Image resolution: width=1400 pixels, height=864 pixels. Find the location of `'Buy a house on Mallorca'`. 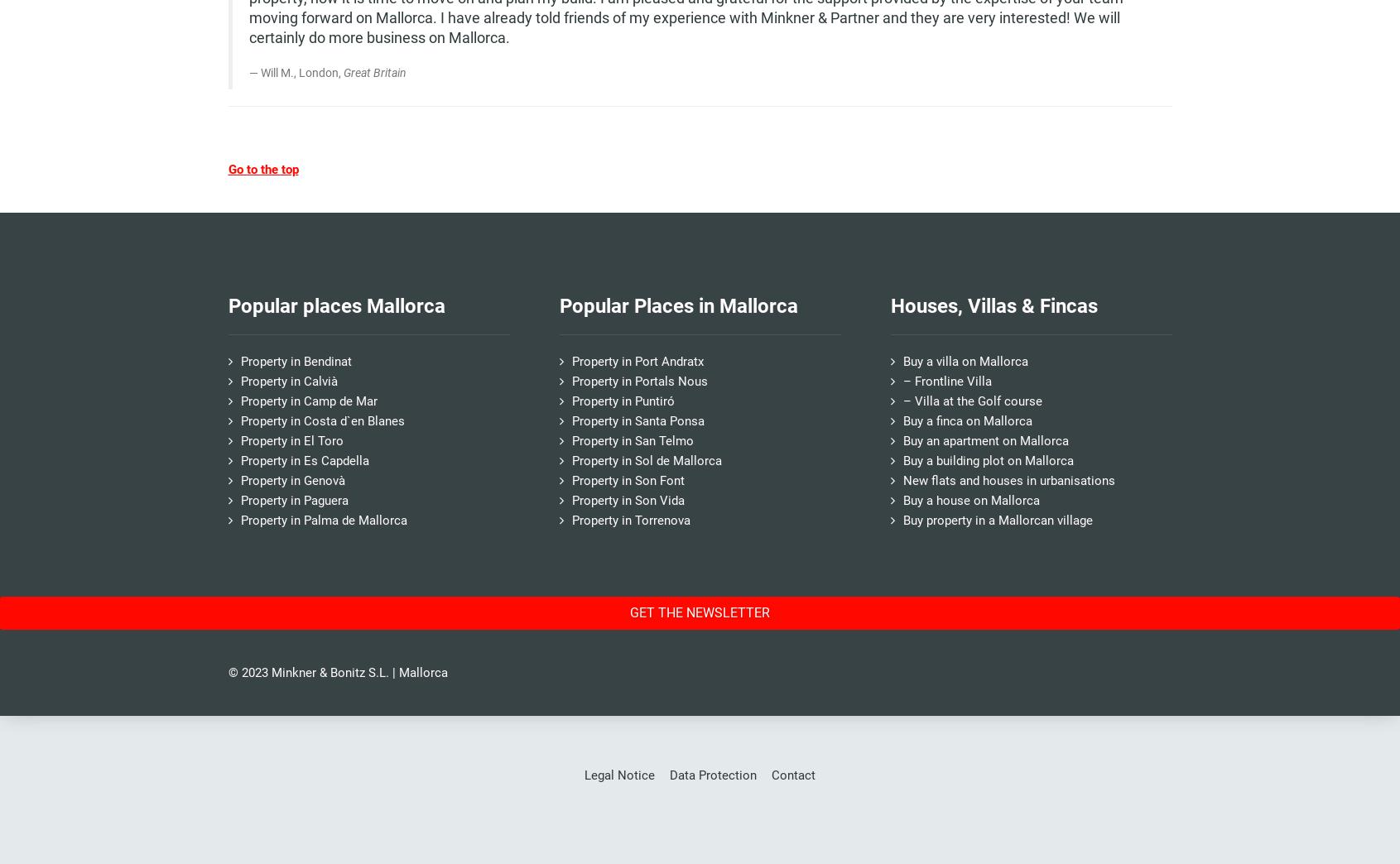

'Buy a house on Mallorca' is located at coordinates (970, 499).